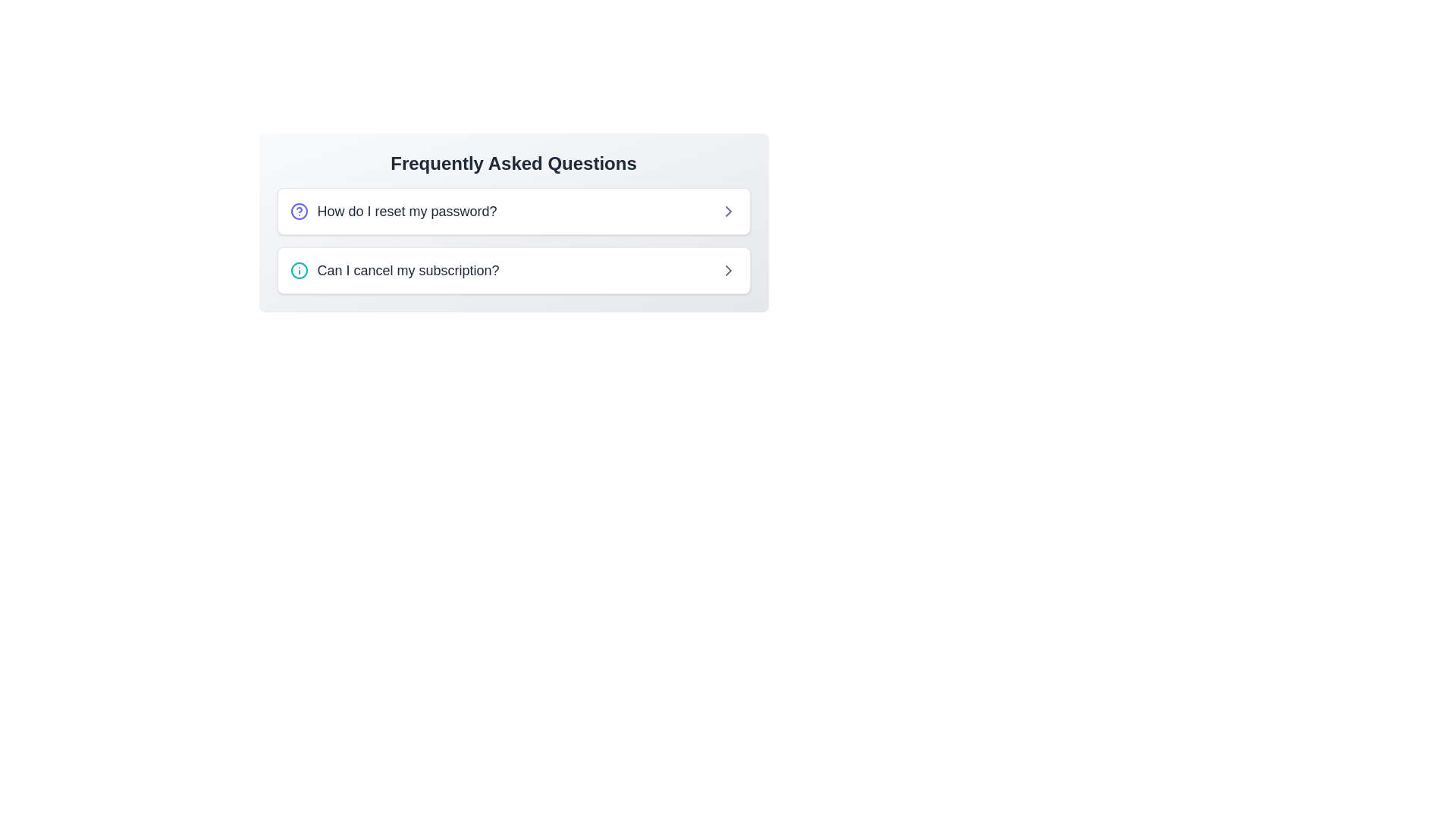  Describe the element at coordinates (408, 270) in the screenshot. I see `the FAQ question text label that displays information about subscription cancellation` at that location.